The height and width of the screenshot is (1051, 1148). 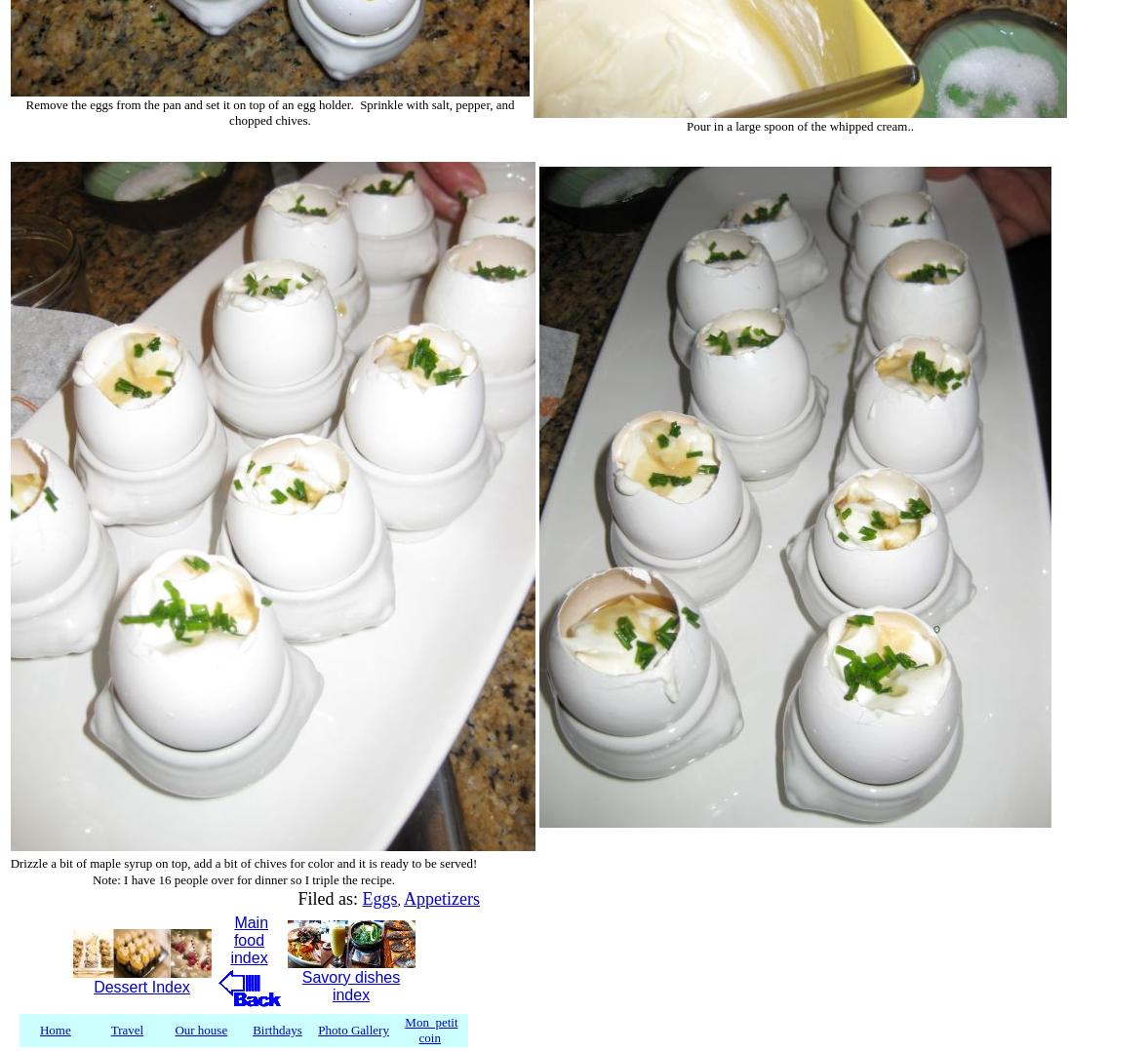 What do you see at coordinates (242, 862) in the screenshot?
I see `'Drizzle a bit of maple syrup on top, add a 
bit of chives for color and it is ready to be served!'` at bounding box center [242, 862].